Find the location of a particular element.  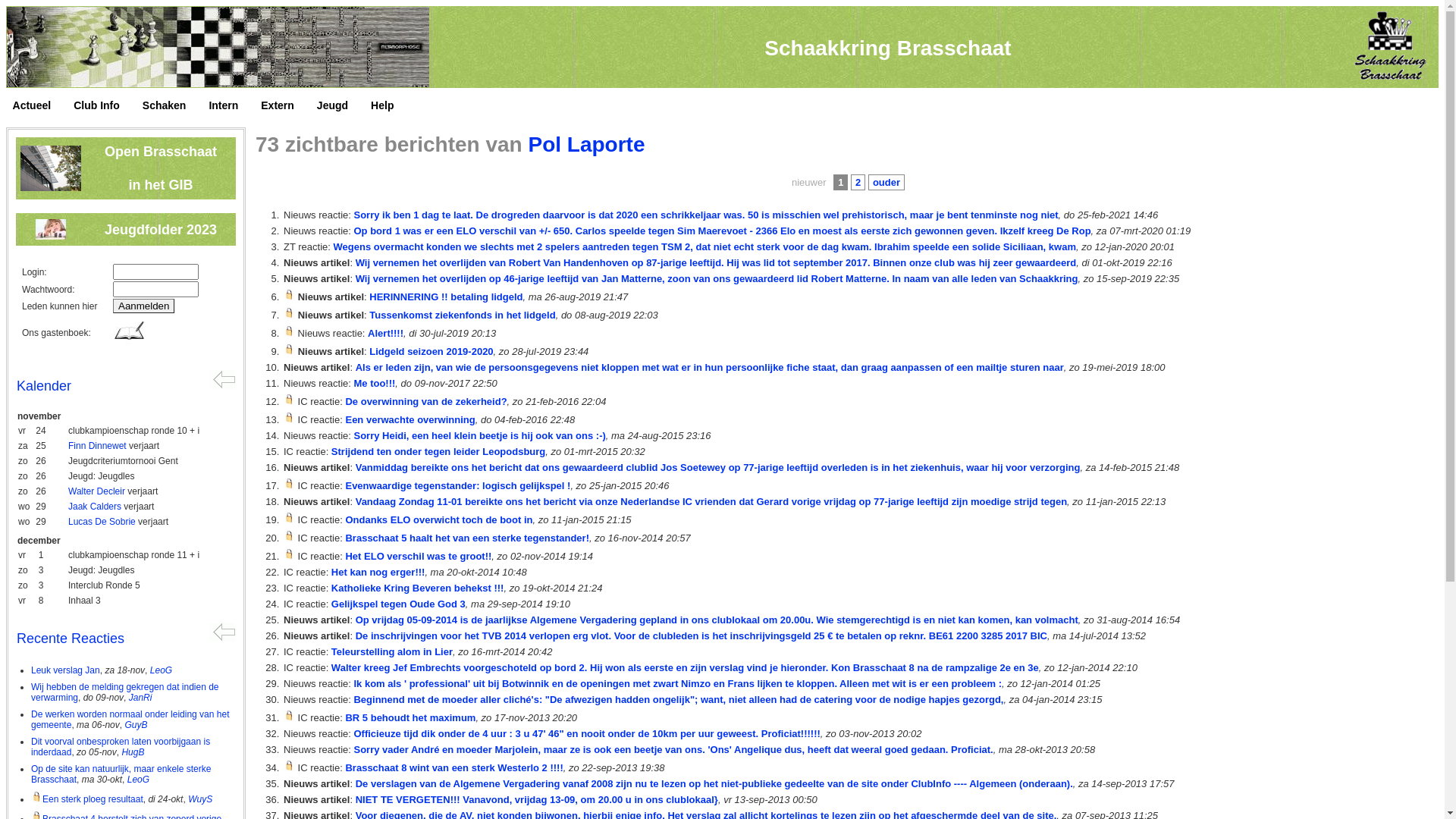

'Me too!!!' is located at coordinates (374, 382).